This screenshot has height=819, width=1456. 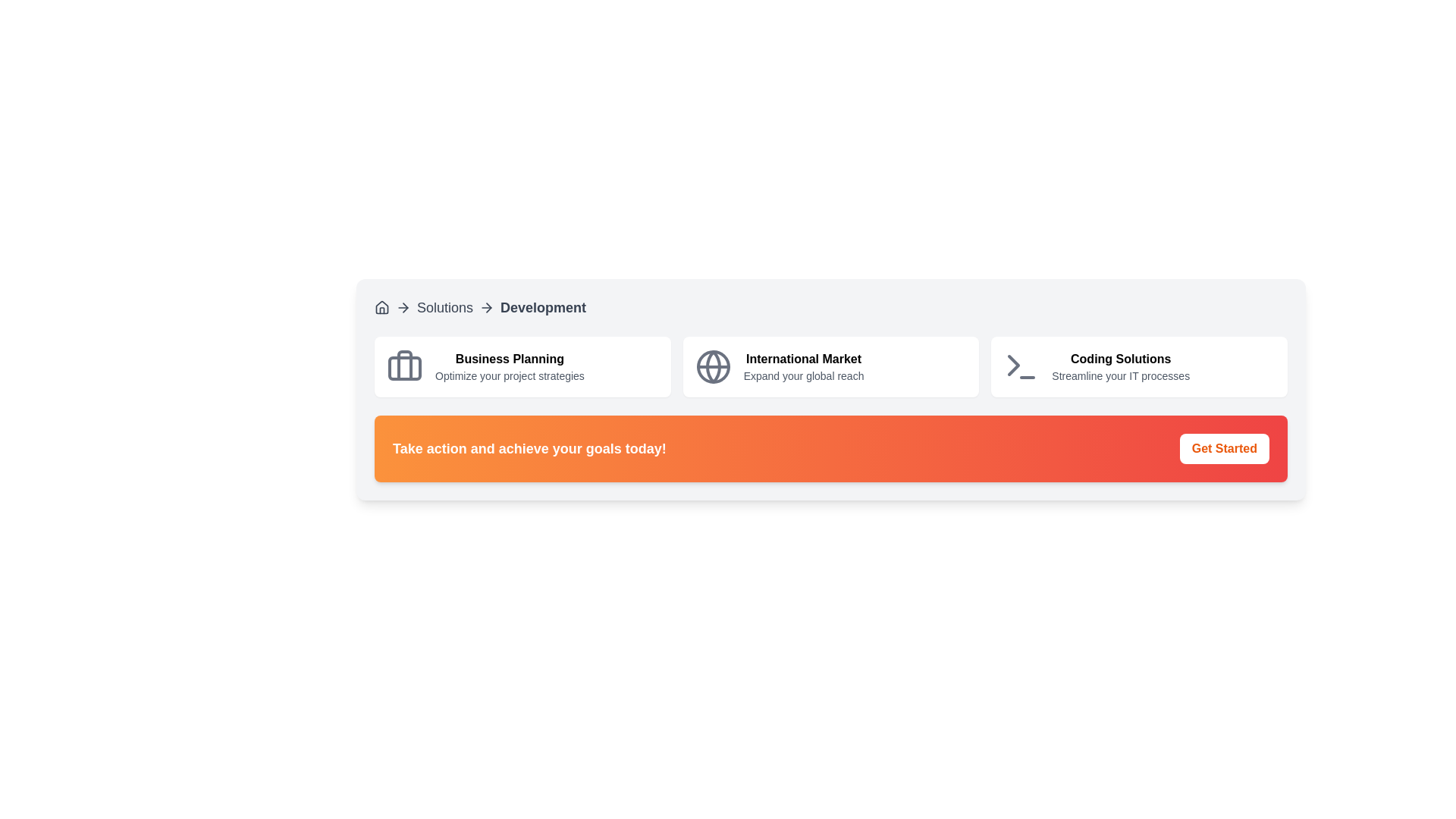 What do you see at coordinates (510, 366) in the screenshot?
I see `the descriptive display component titled 'Business Planning'` at bounding box center [510, 366].